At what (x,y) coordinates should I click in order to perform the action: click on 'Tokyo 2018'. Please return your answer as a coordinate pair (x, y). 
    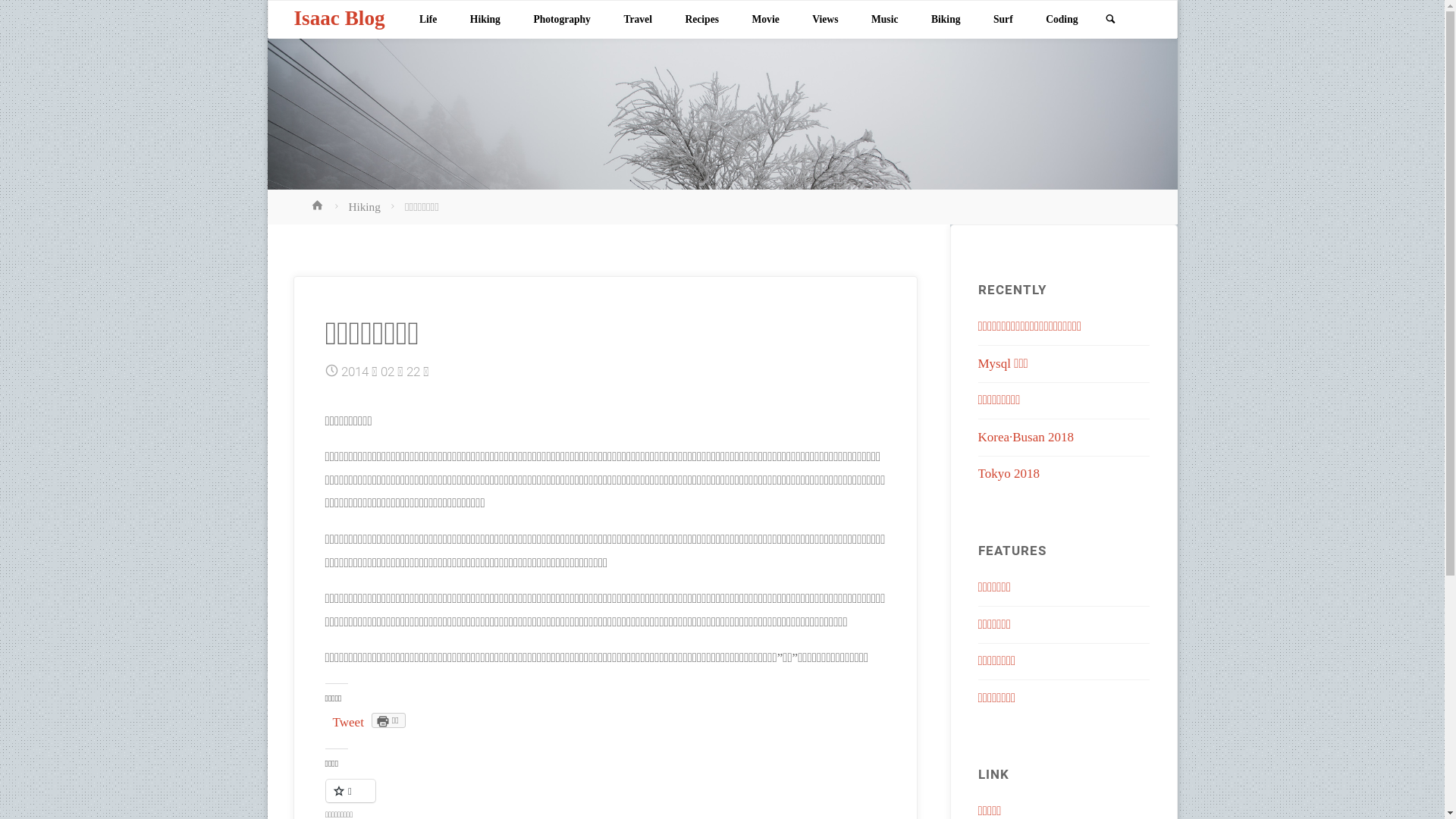
    Looking at the image, I should click on (1009, 472).